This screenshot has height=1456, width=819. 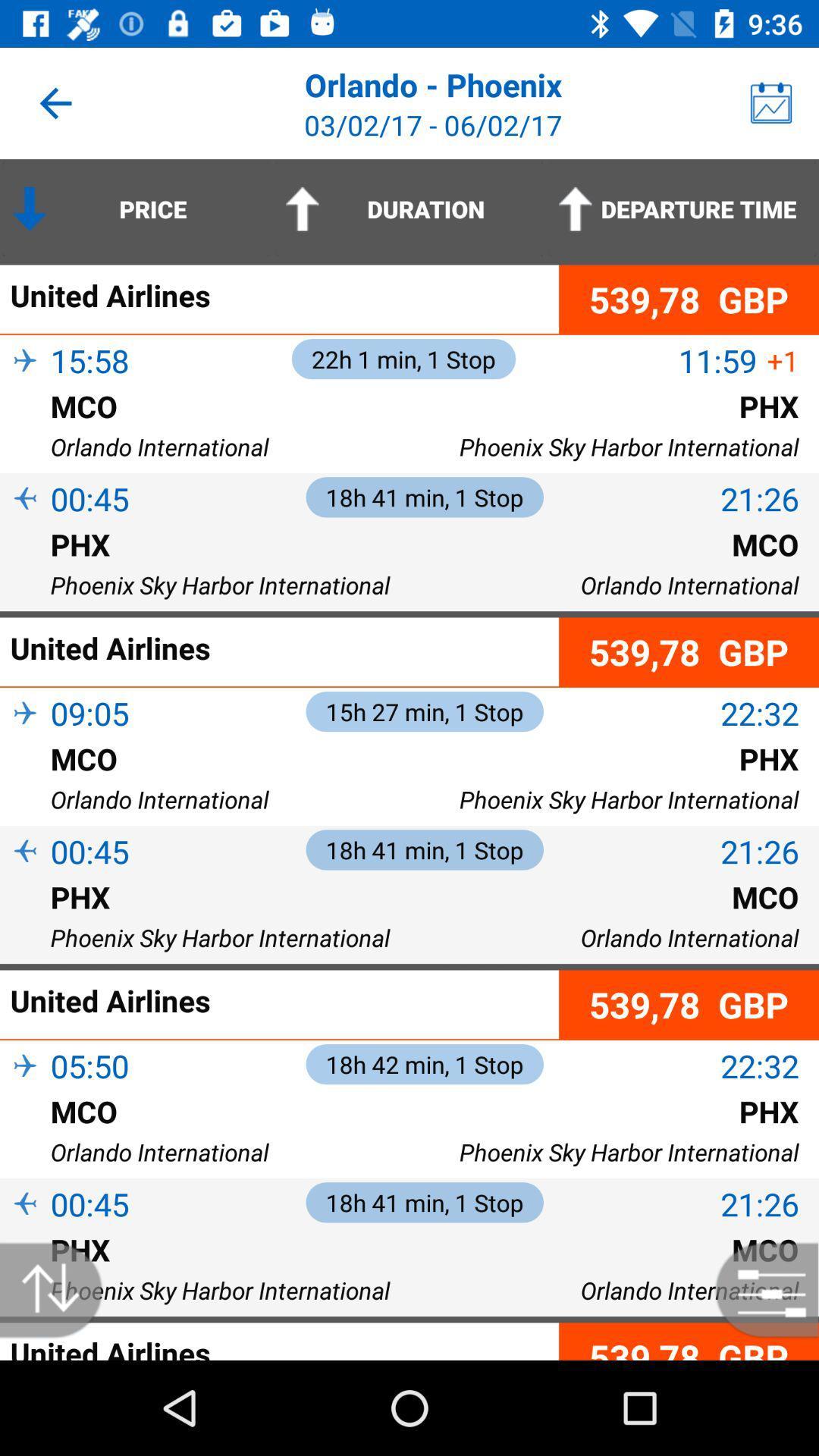 What do you see at coordinates (681, 208) in the screenshot?
I see `item next to the duration icon` at bounding box center [681, 208].